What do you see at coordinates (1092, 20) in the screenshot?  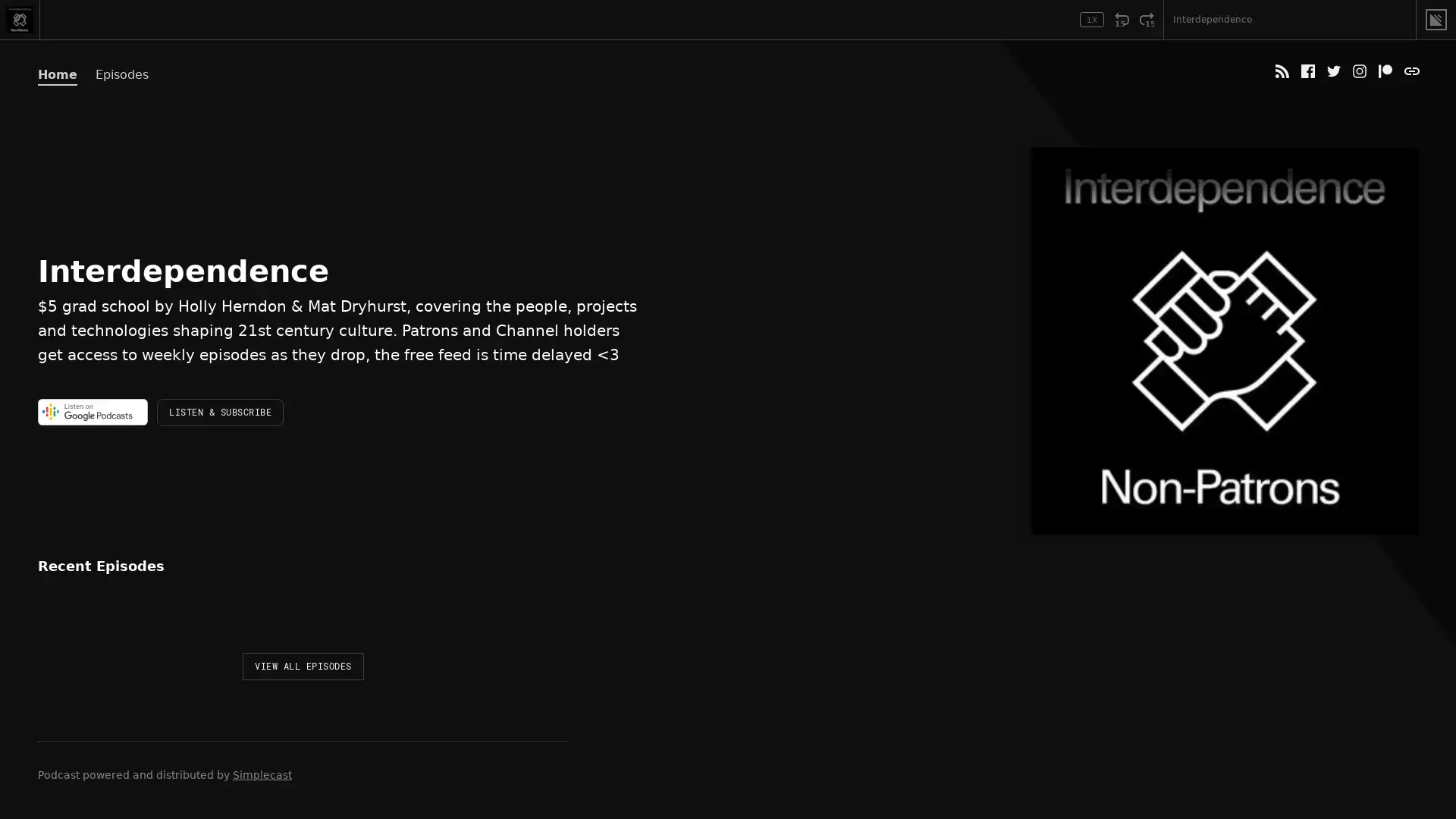 I see `Toggle Speed: Current Speed 1x` at bounding box center [1092, 20].